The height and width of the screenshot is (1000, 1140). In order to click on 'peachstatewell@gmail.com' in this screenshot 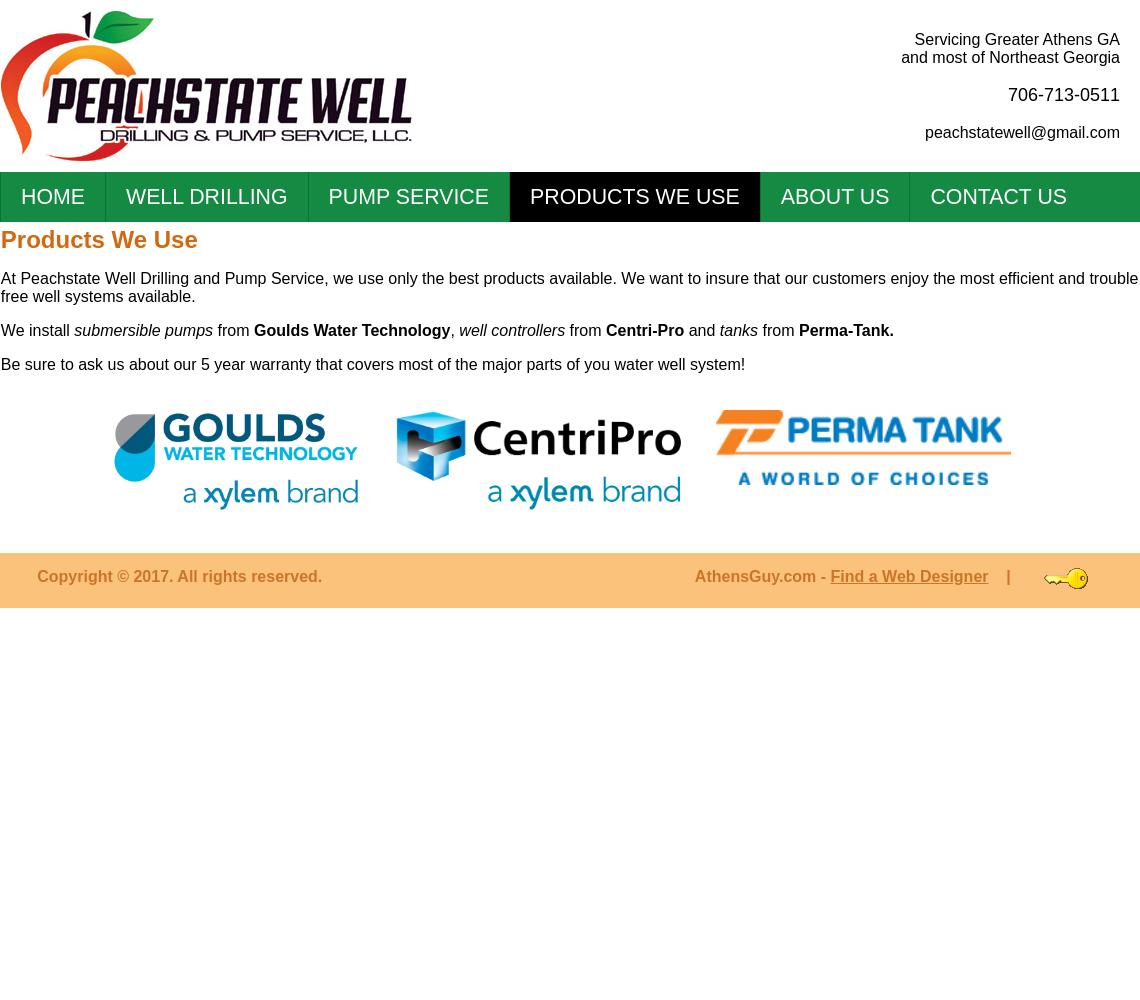, I will do `click(1022, 131)`.